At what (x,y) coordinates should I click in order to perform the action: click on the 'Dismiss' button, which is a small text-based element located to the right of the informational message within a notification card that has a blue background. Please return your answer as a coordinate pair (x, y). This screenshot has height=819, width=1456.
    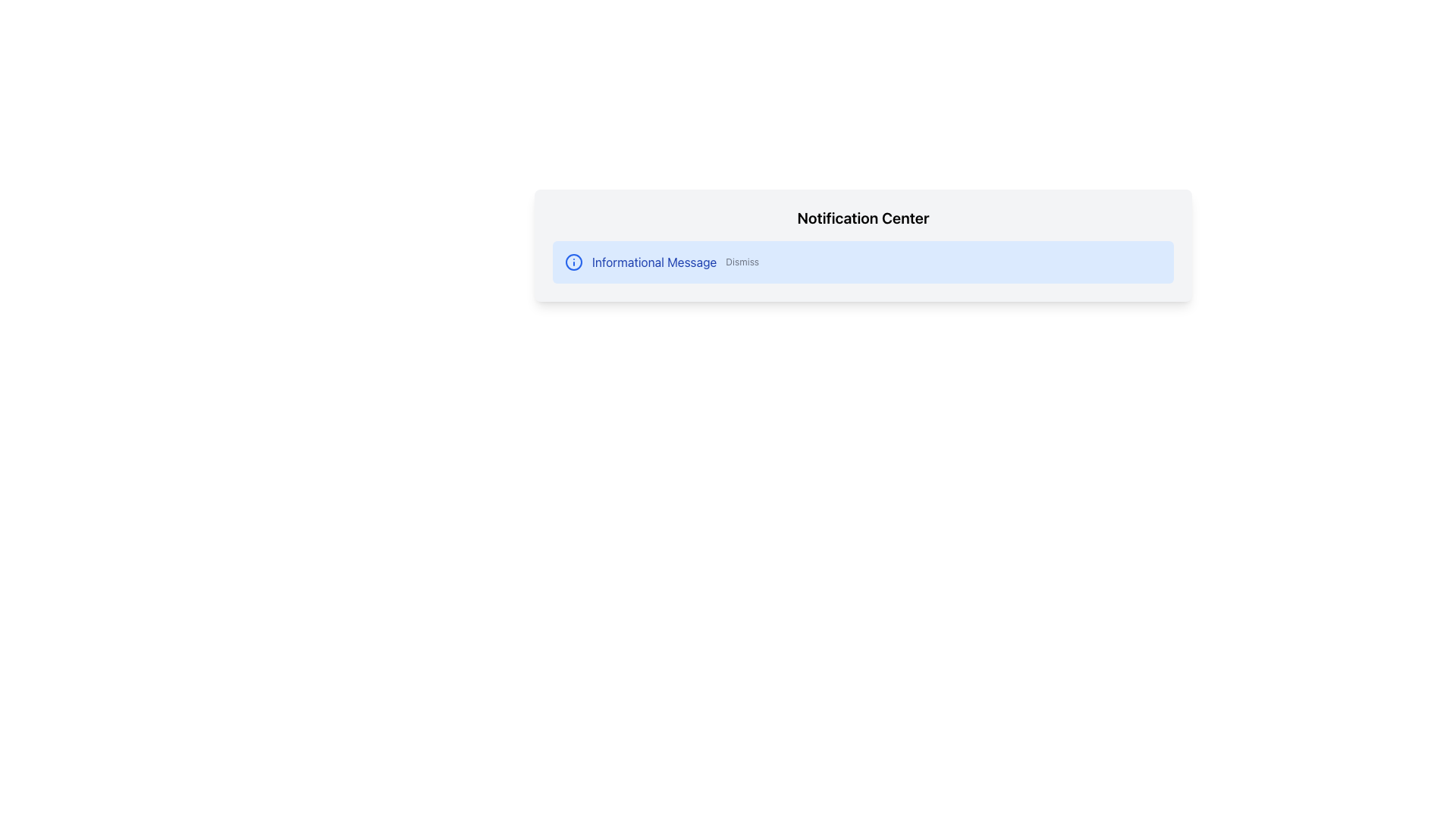
    Looking at the image, I should click on (742, 262).